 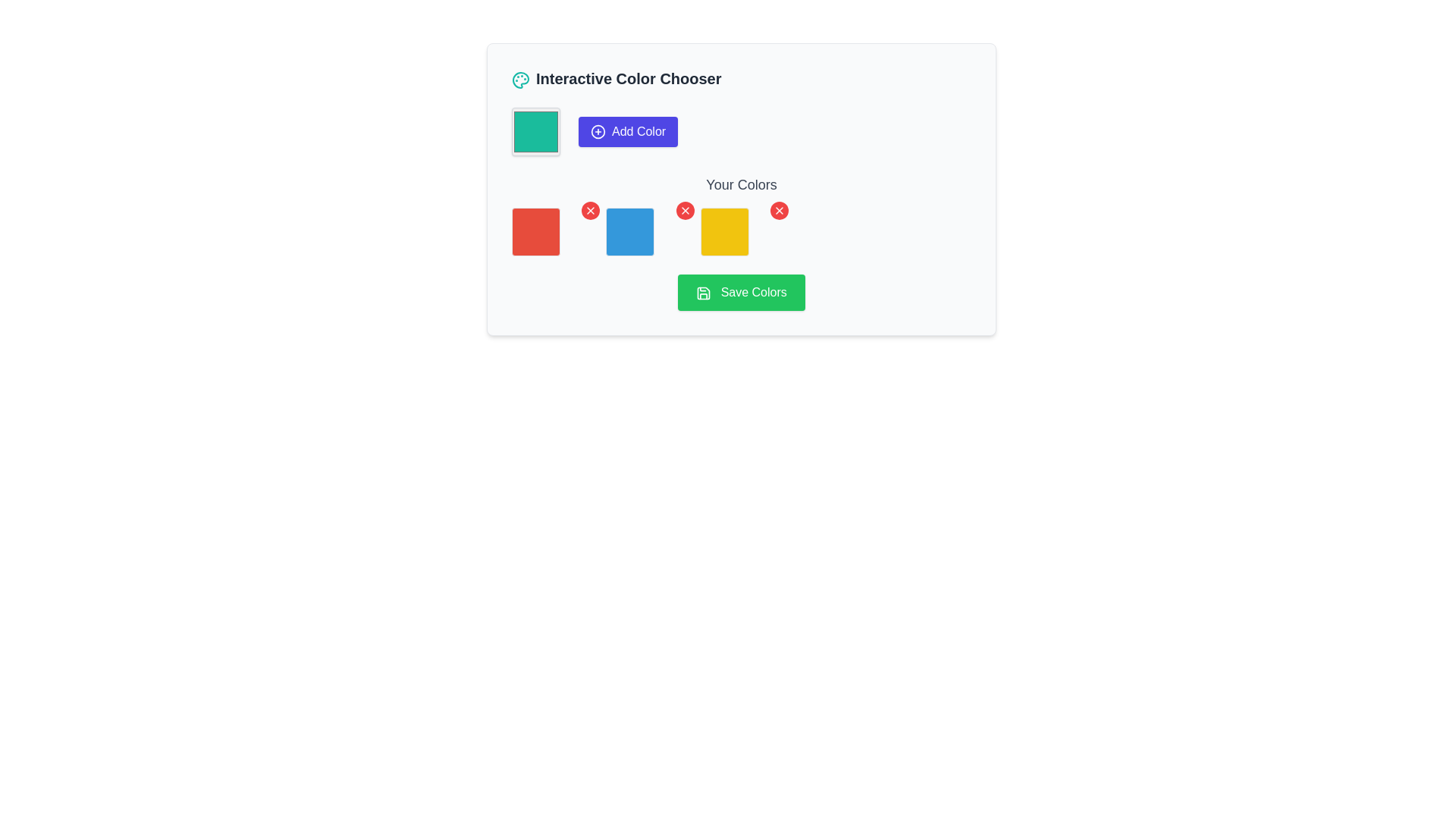 What do you see at coordinates (597, 130) in the screenshot?
I see `the SVG circle element that is part of the 'circle plus' icon located to the left of the 'Add Color' button` at bounding box center [597, 130].